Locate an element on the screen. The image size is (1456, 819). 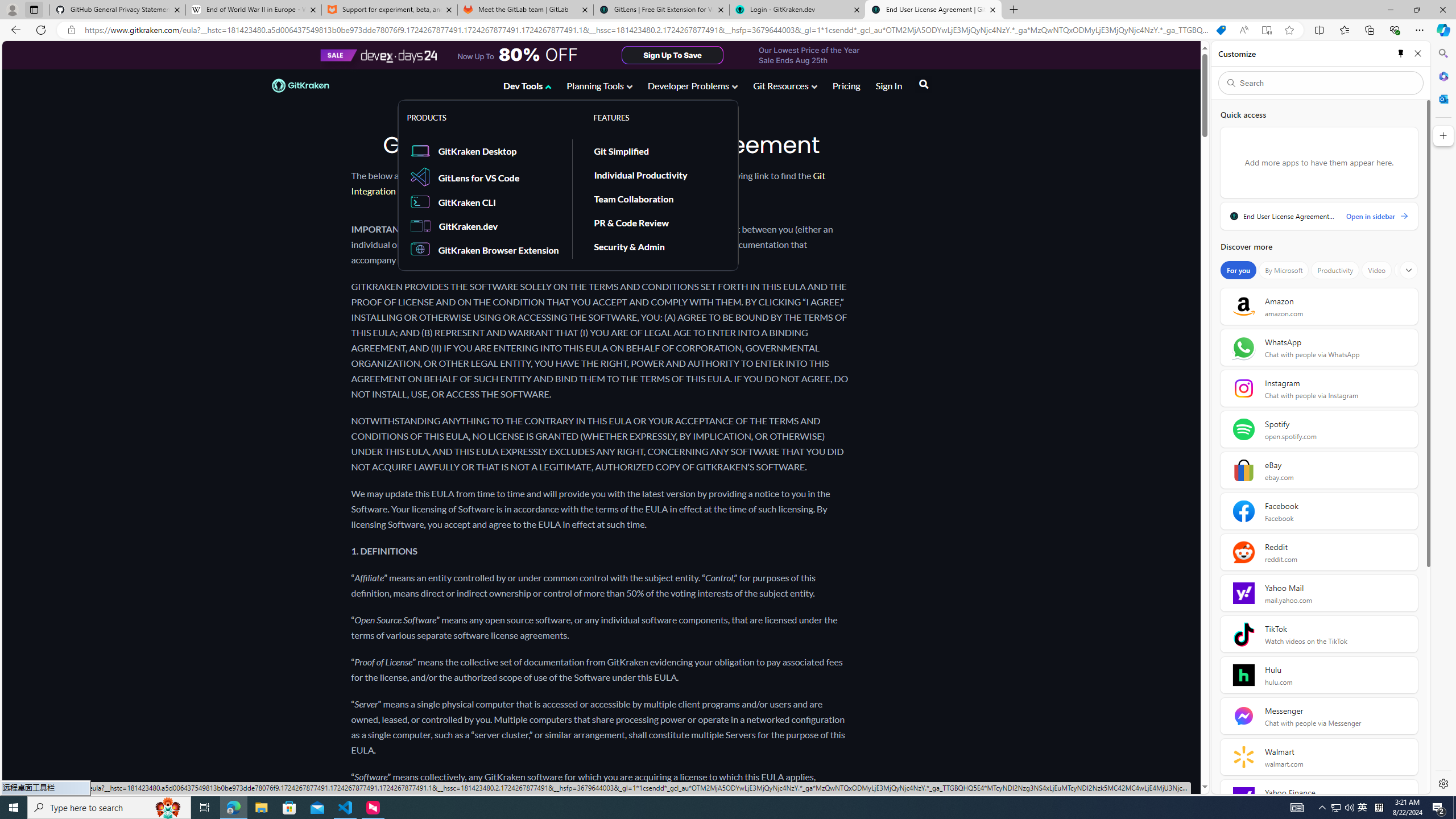
'End of World War II in Europe - Wikipedia' is located at coordinates (253, 9).